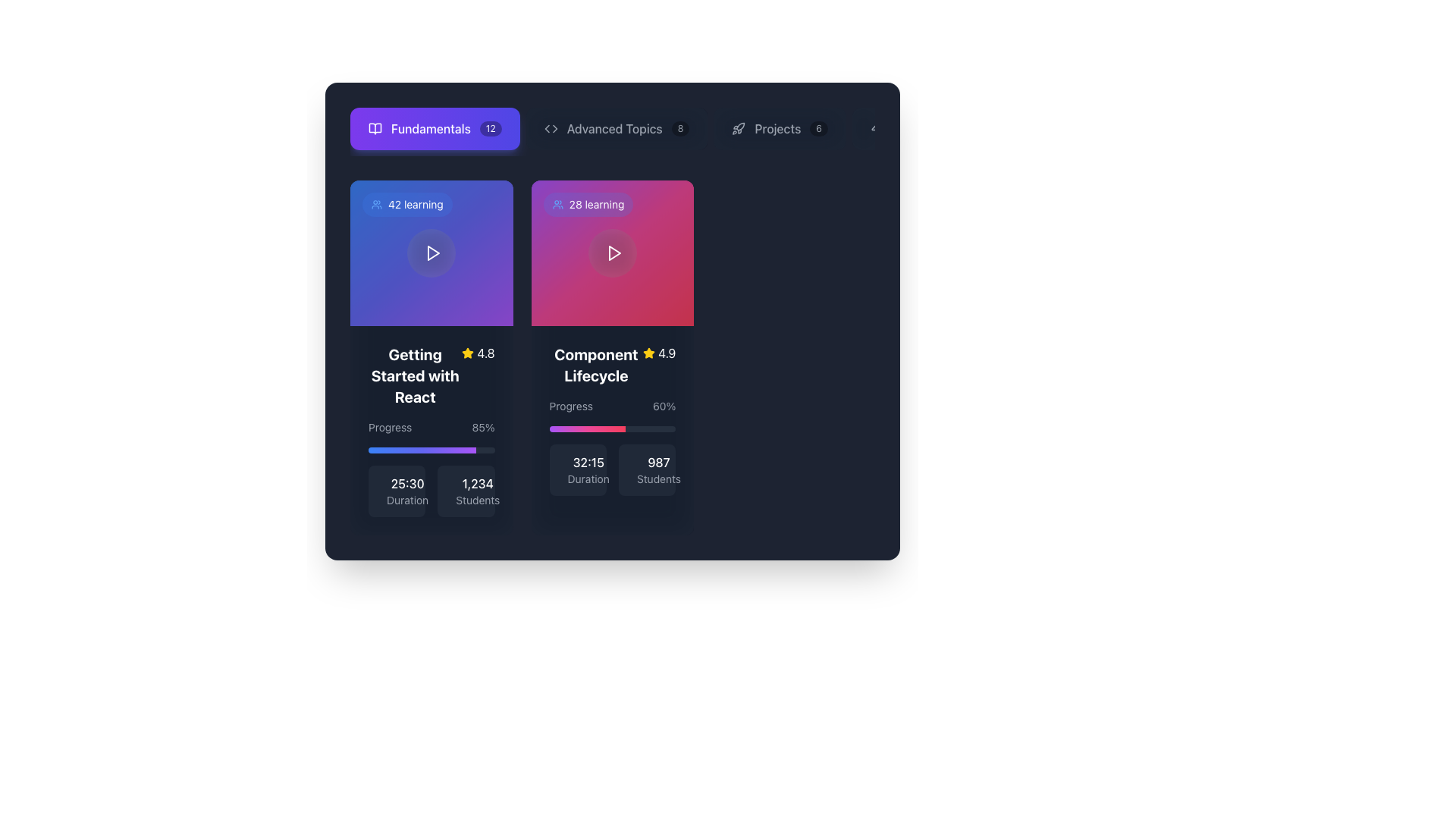 The image size is (1456, 819). What do you see at coordinates (397, 491) in the screenshot?
I see `duration information displayed in the informational label located in the bottom-left of the card layout, aligned horizontally with the '1,234 Students' label` at bounding box center [397, 491].